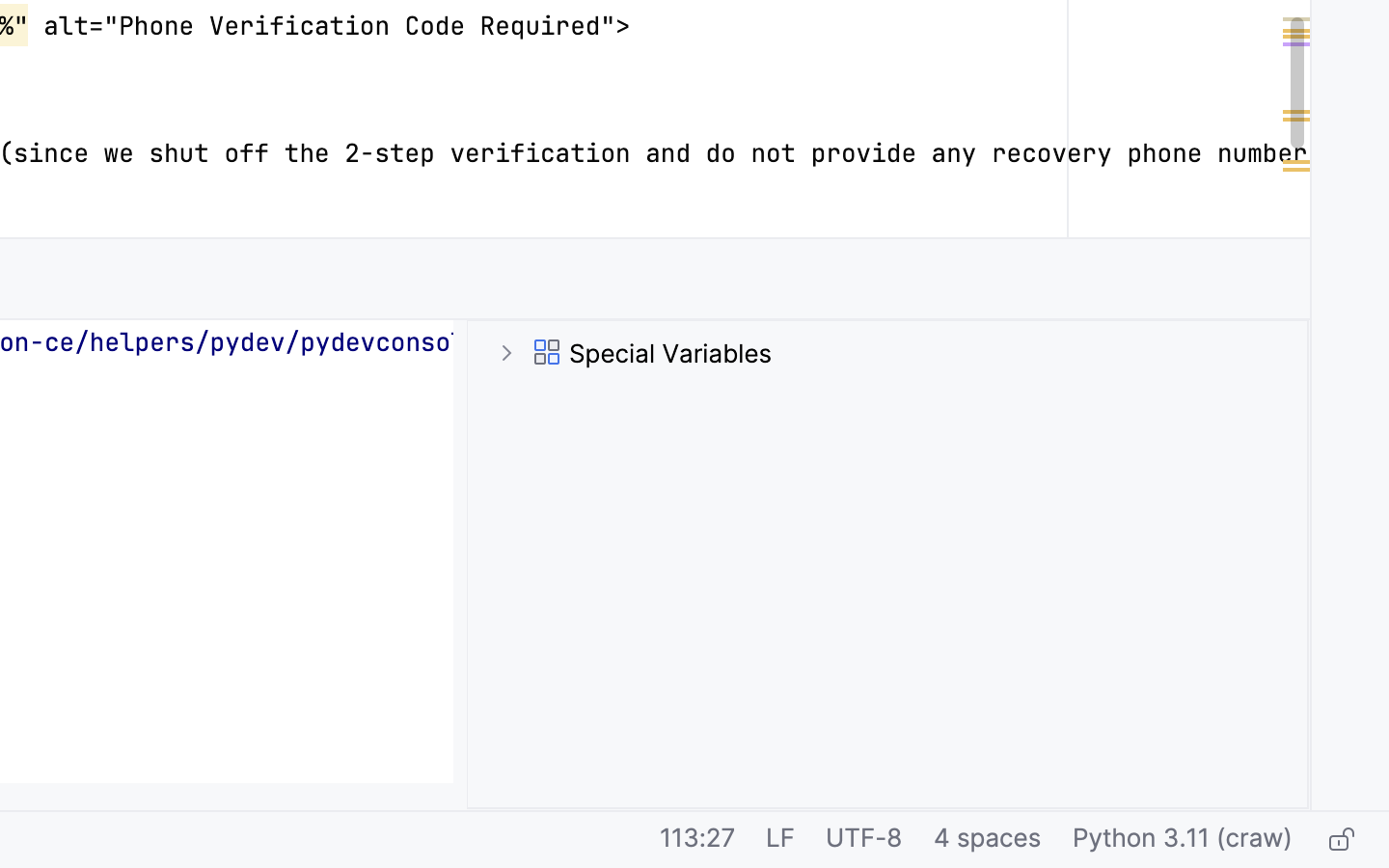 The width and height of the screenshot is (1389, 868). Describe the element at coordinates (779, 840) in the screenshot. I see `'LF'` at that location.